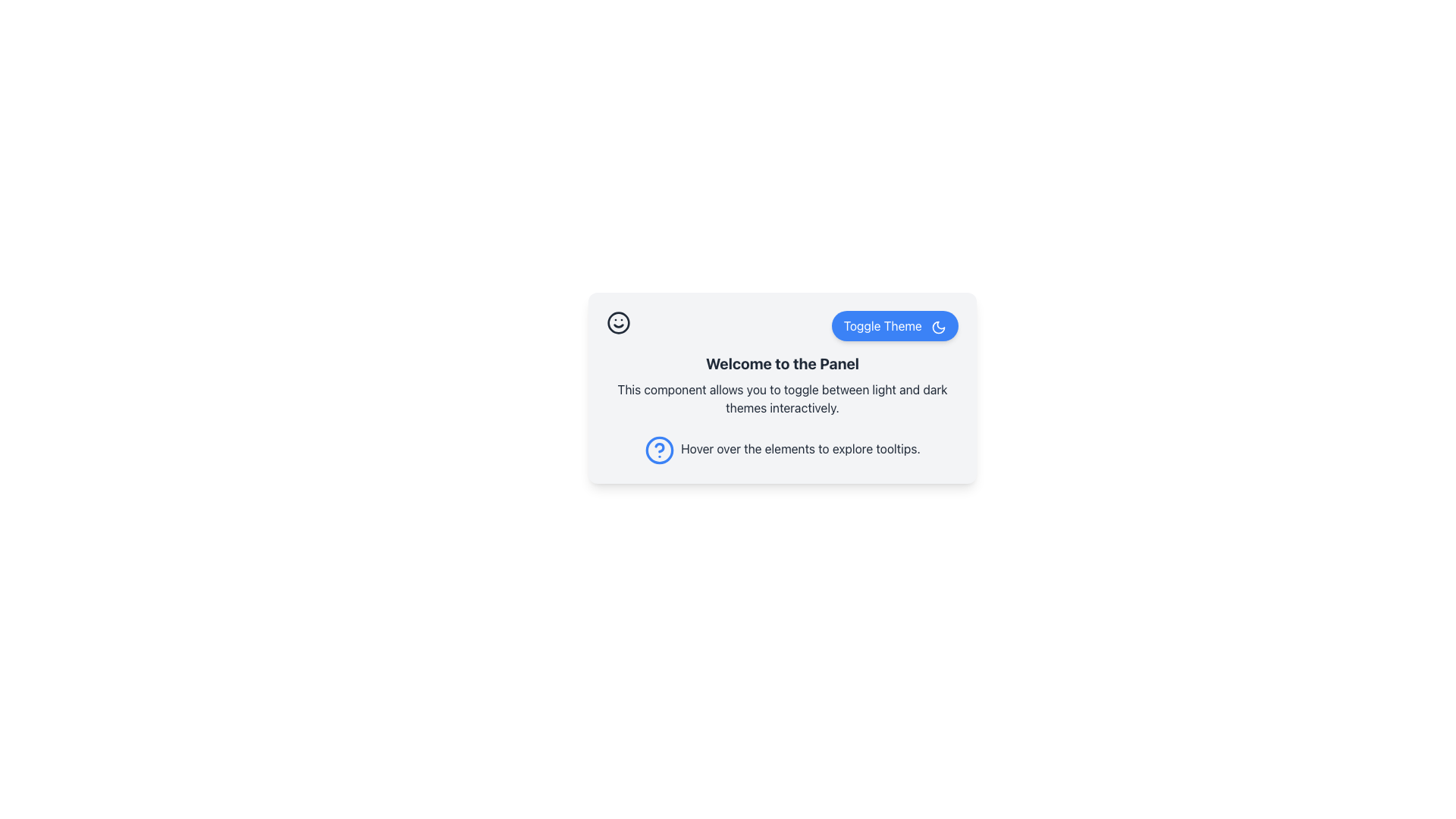 This screenshot has width=1456, height=819. What do you see at coordinates (783, 363) in the screenshot?
I see `heading text 'Welcome to the Panel' which serves as the title for the section, providing context for the content below` at bounding box center [783, 363].